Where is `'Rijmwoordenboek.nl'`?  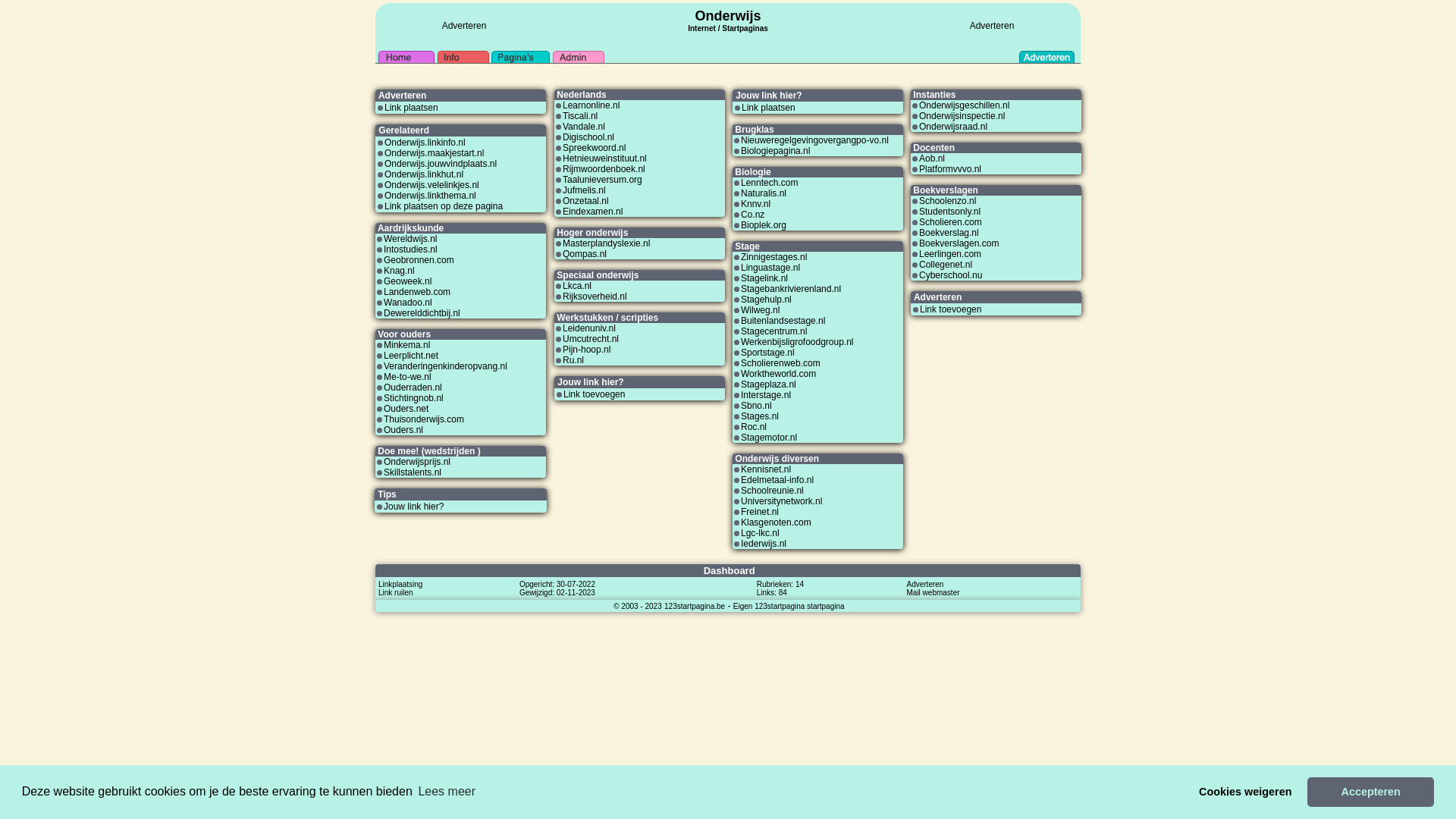
'Rijmwoordenboek.nl' is located at coordinates (603, 169).